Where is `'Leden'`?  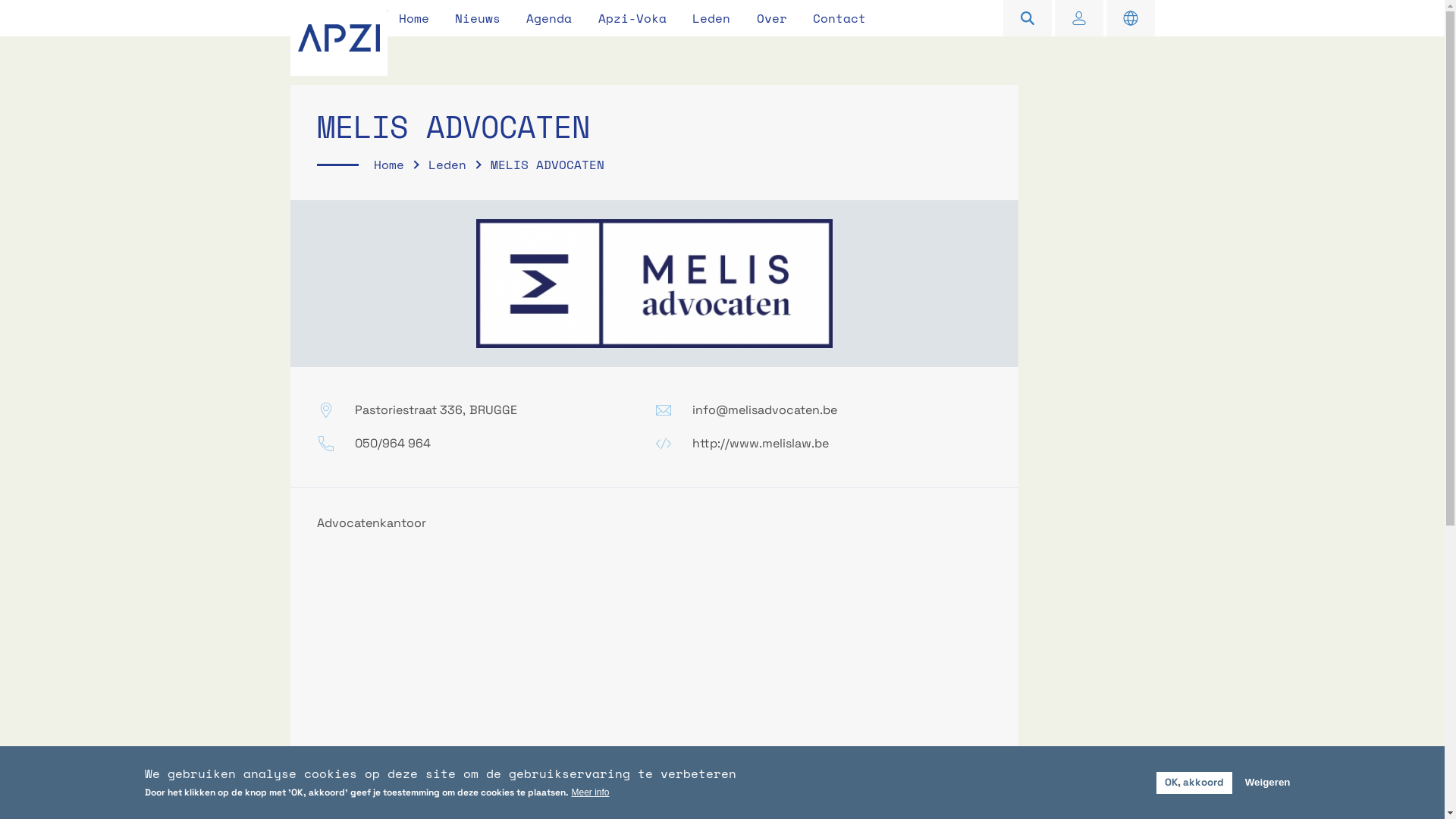
'Leden' is located at coordinates (679, 17).